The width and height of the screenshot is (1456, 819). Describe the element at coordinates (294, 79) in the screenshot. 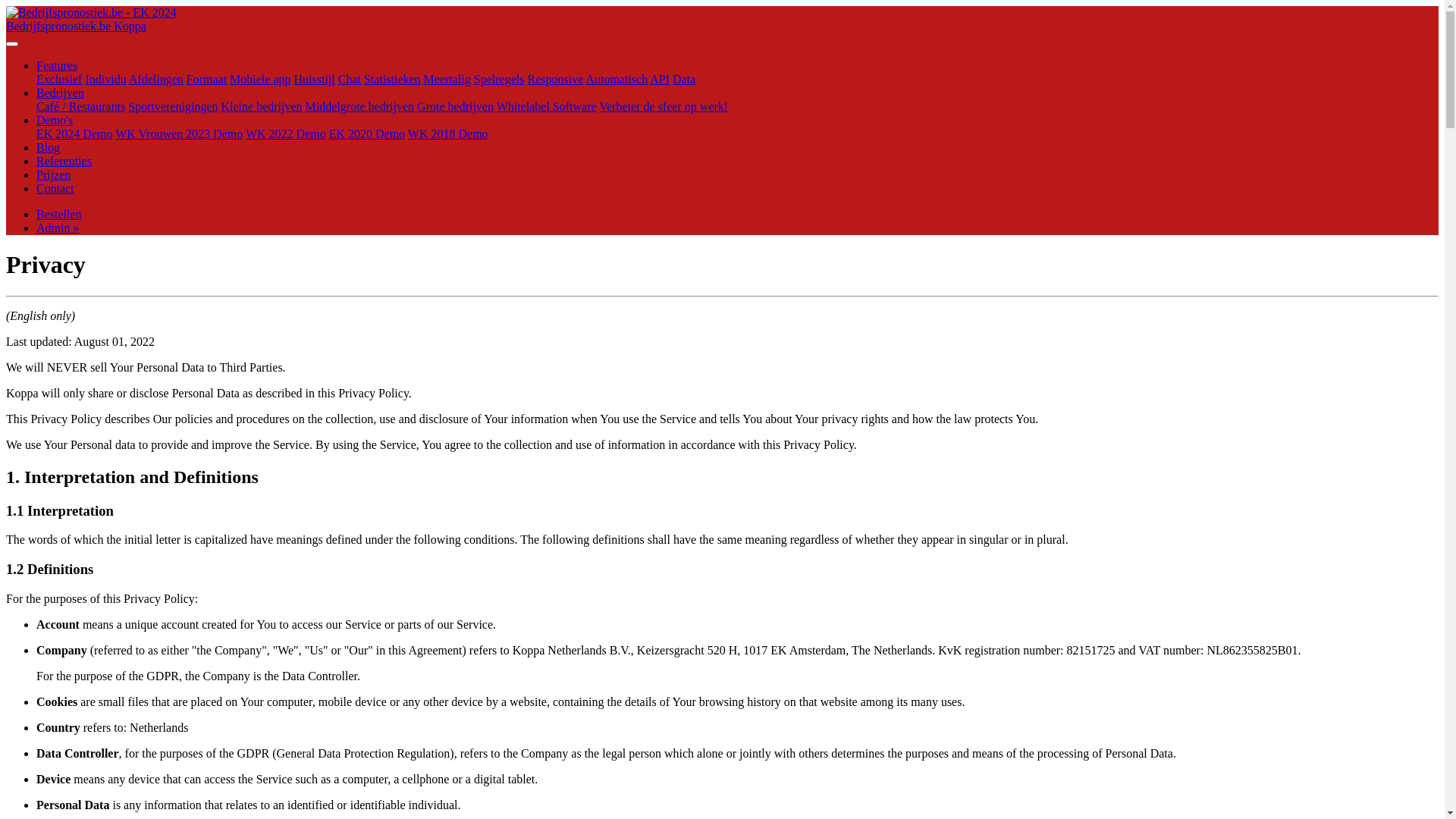

I see `'Huisstijl'` at that location.